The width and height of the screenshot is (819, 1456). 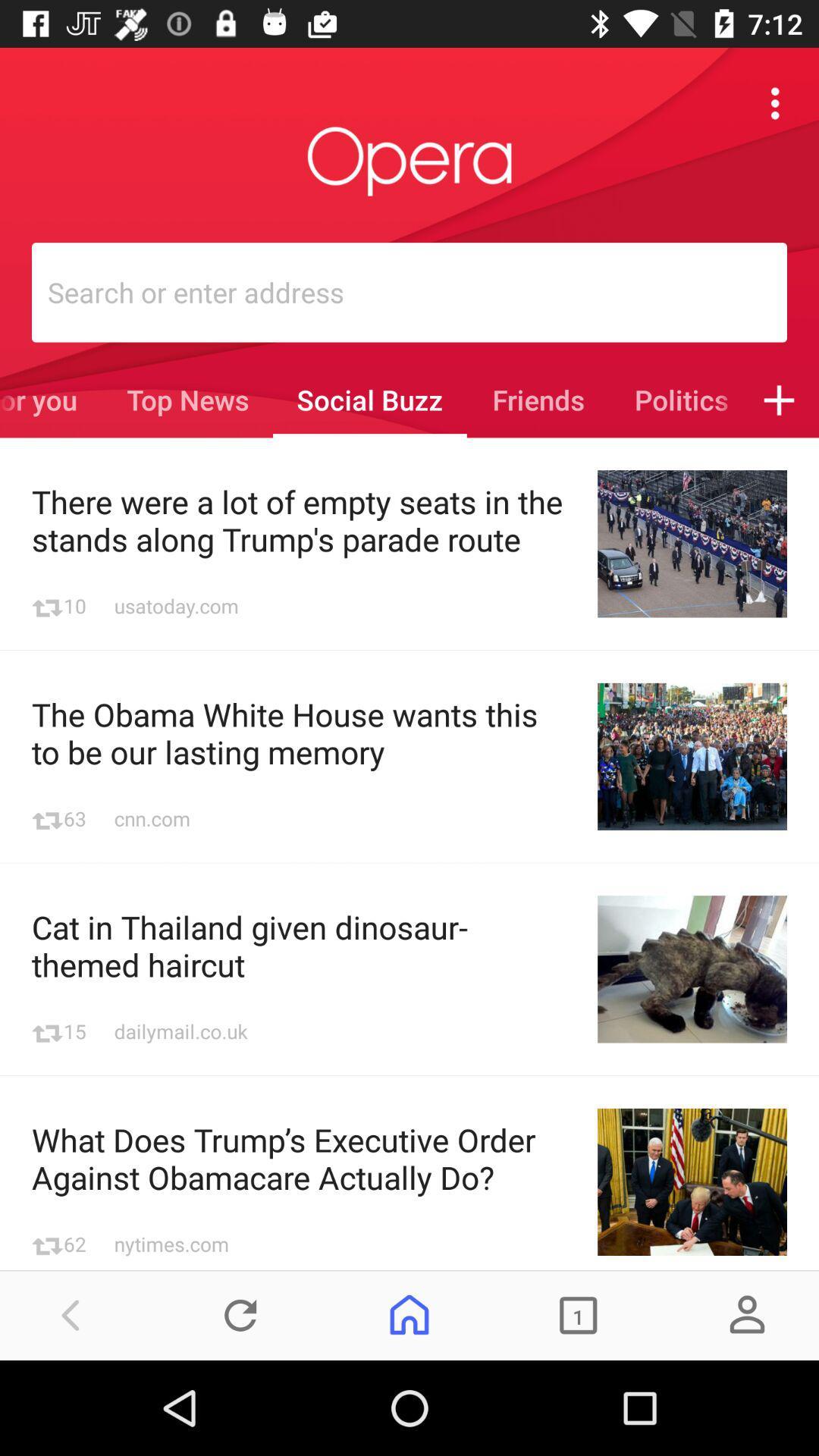 I want to click on the item to the right of politics icon, so click(x=779, y=400).